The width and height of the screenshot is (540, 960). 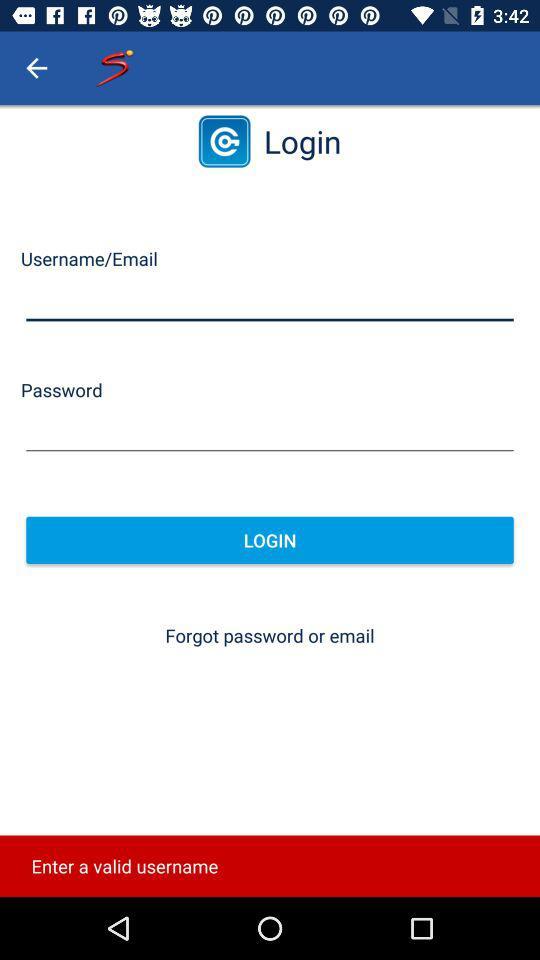 I want to click on item above the enter a valid icon, so click(x=270, y=634).